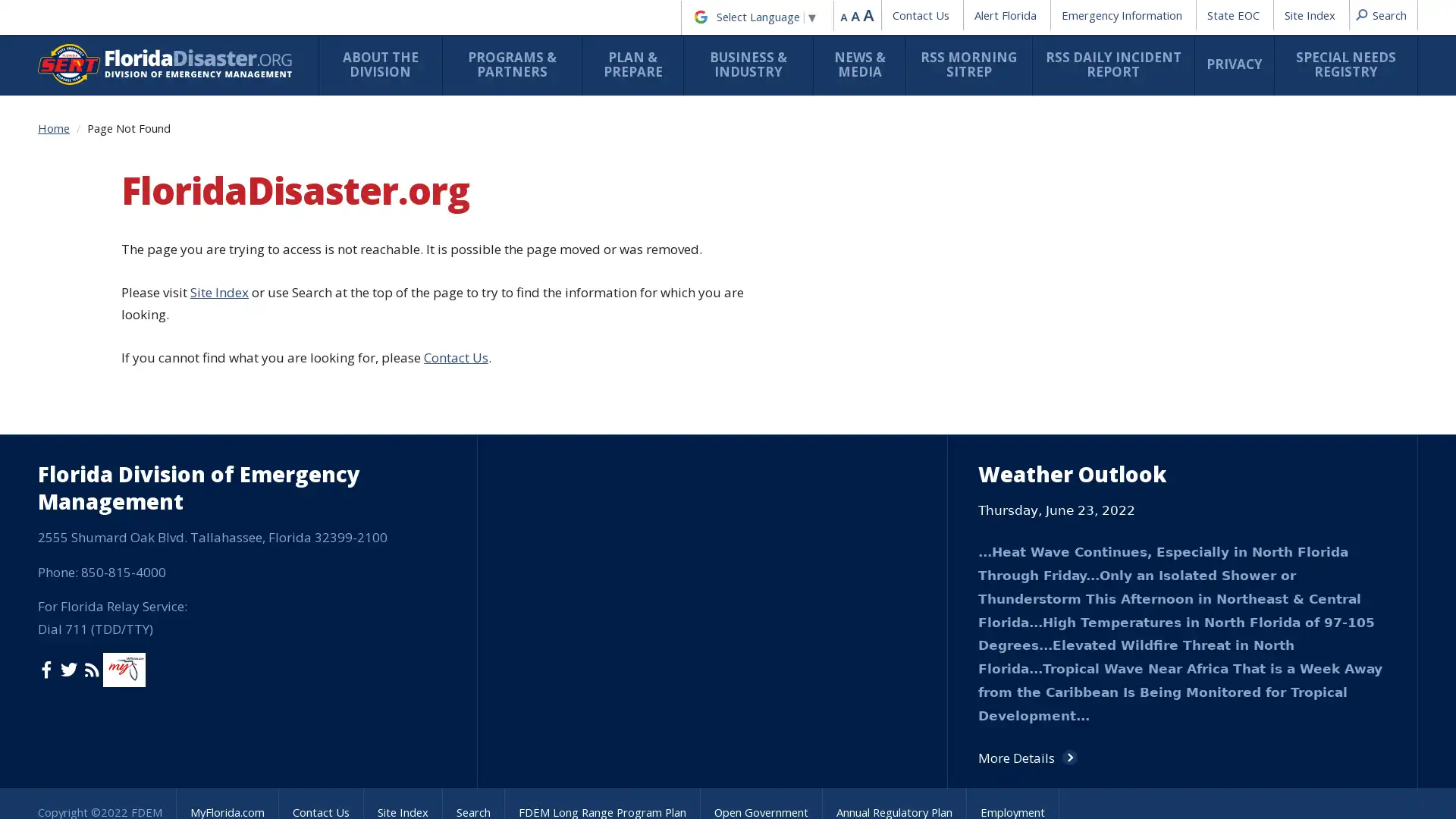 This screenshot has height=819, width=1456. Describe the element at coordinates (607, 716) in the screenshot. I see `Toggle More` at that location.